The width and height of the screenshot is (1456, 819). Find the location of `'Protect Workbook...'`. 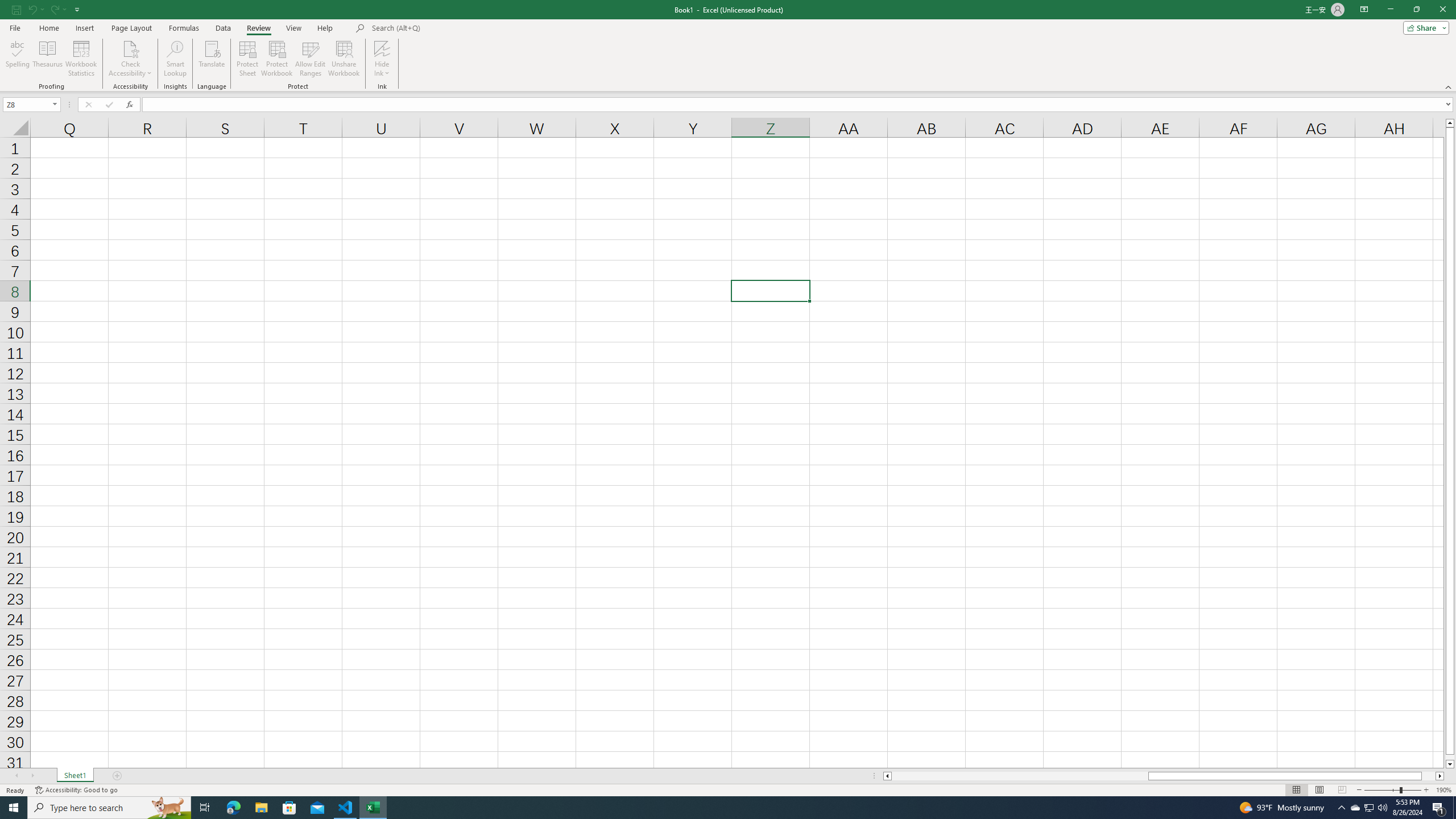

'Protect Workbook...' is located at coordinates (276, 59).